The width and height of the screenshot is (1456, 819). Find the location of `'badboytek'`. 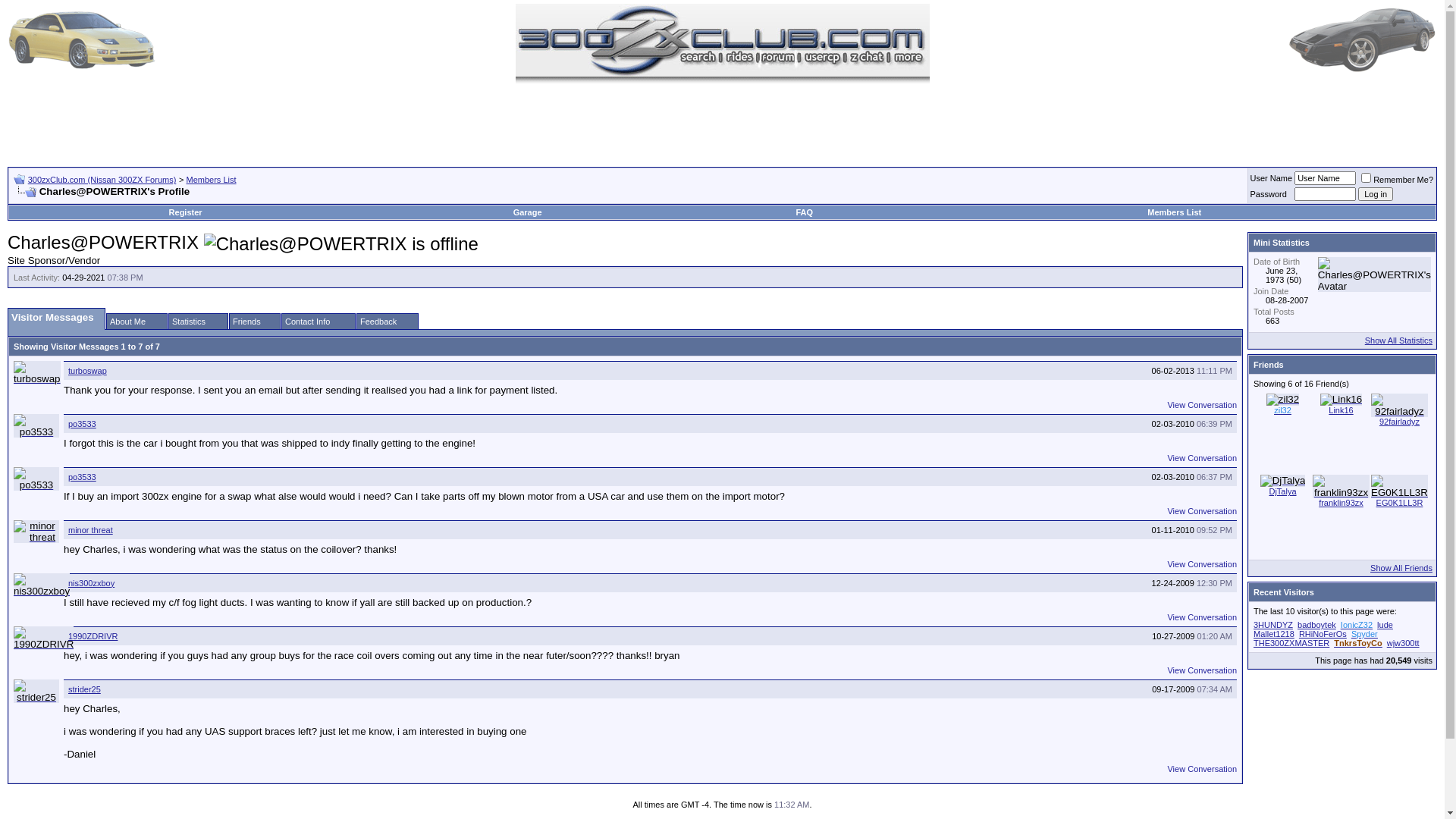

'badboytek' is located at coordinates (1316, 625).